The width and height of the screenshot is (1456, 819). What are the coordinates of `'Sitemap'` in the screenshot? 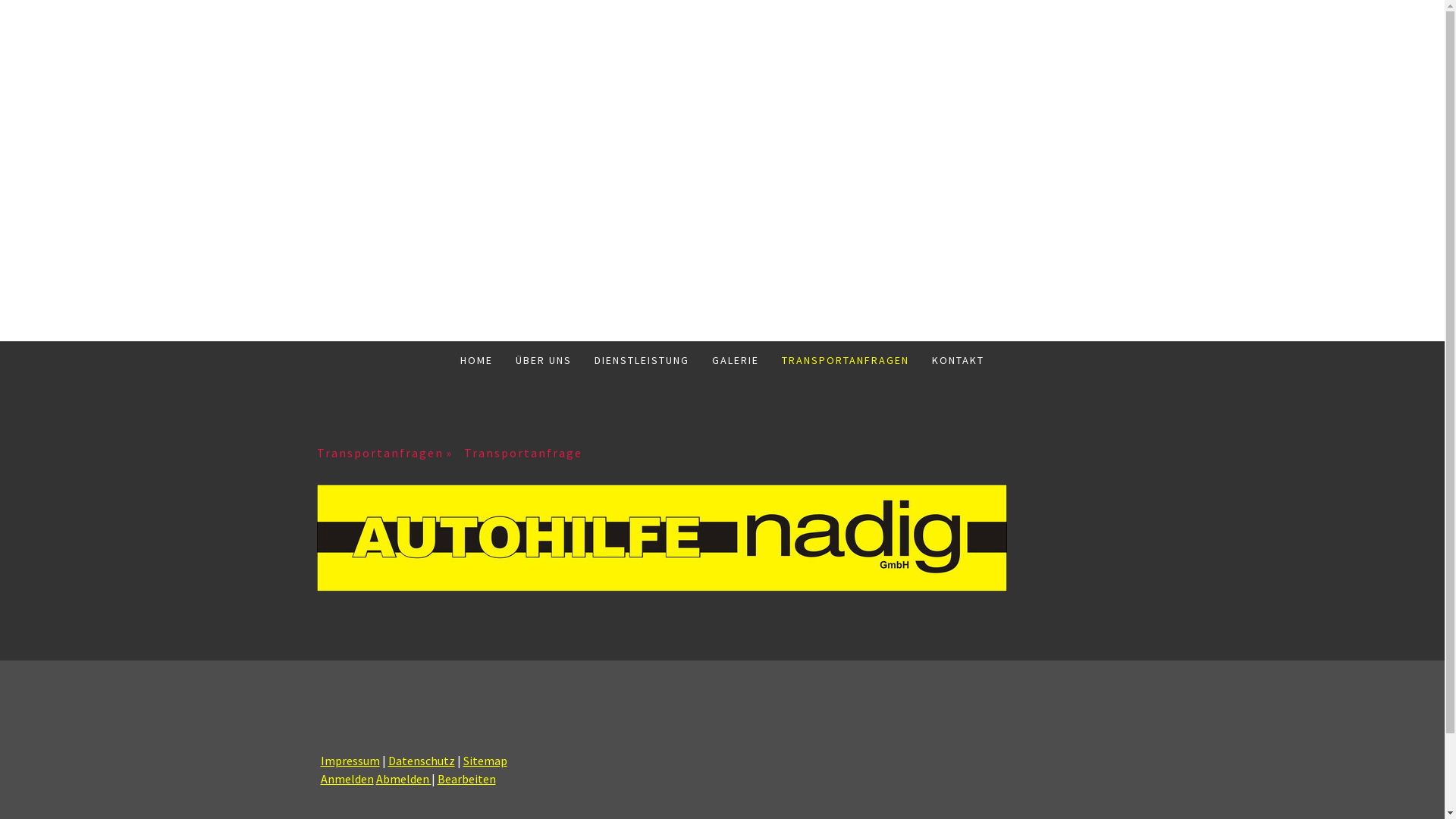 It's located at (483, 760).